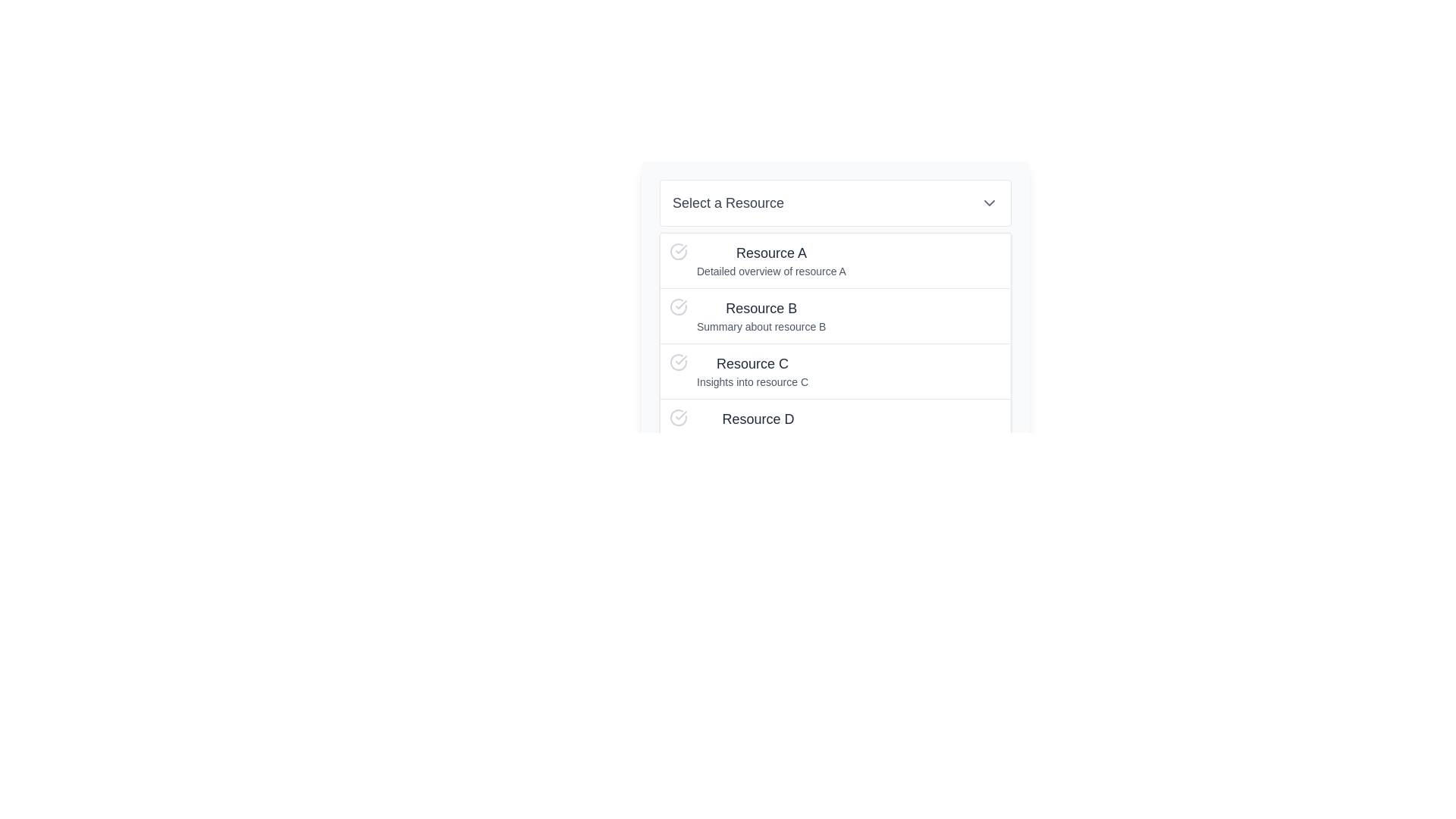 The height and width of the screenshot is (819, 1456). I want to click on the text label displaying 'Insights into resource C', which is styled with small gray text and positioned below the heading 'Resource C', so click(752, 381).